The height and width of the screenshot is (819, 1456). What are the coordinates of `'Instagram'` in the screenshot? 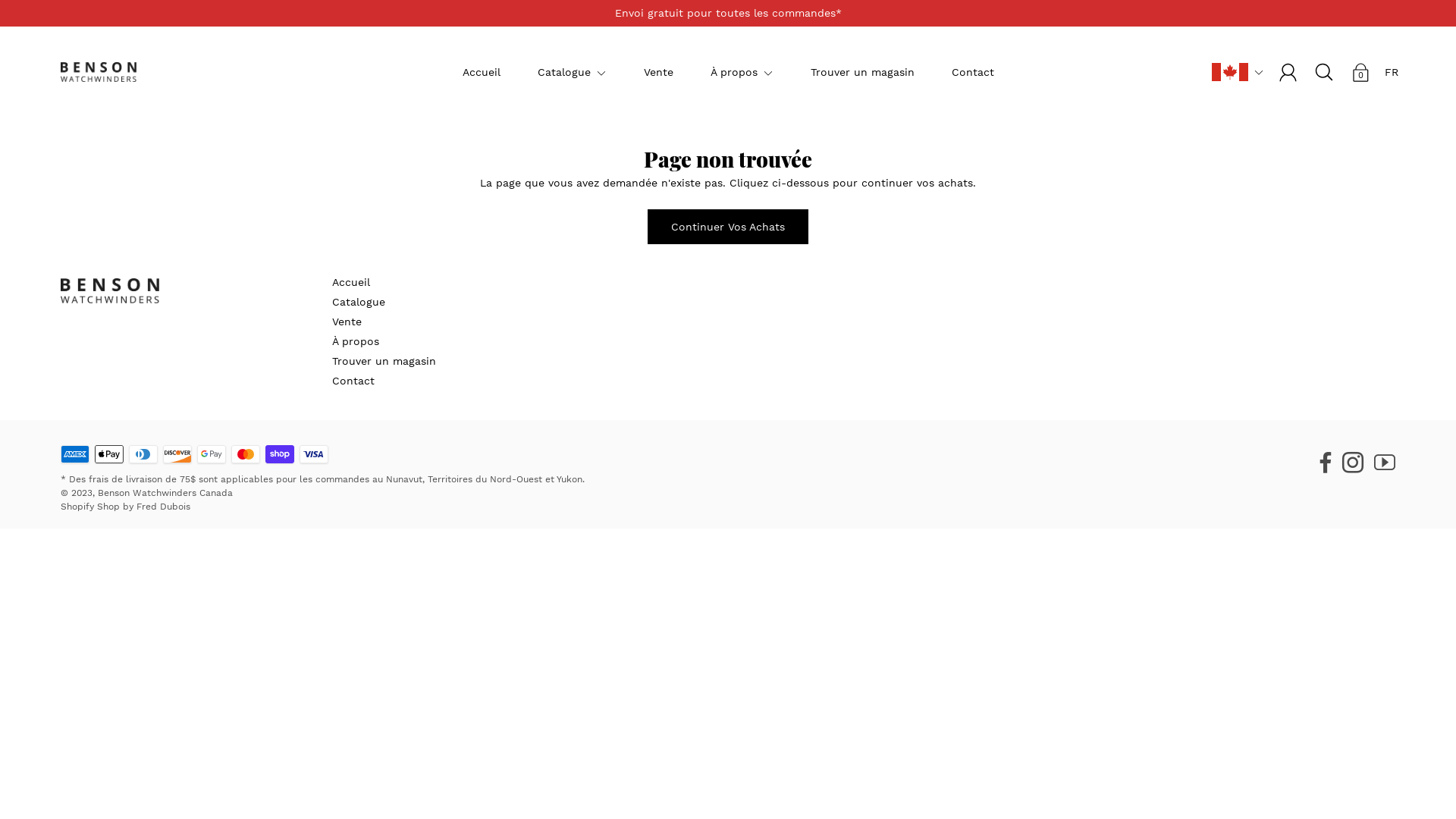 It's located at (1353, 459).